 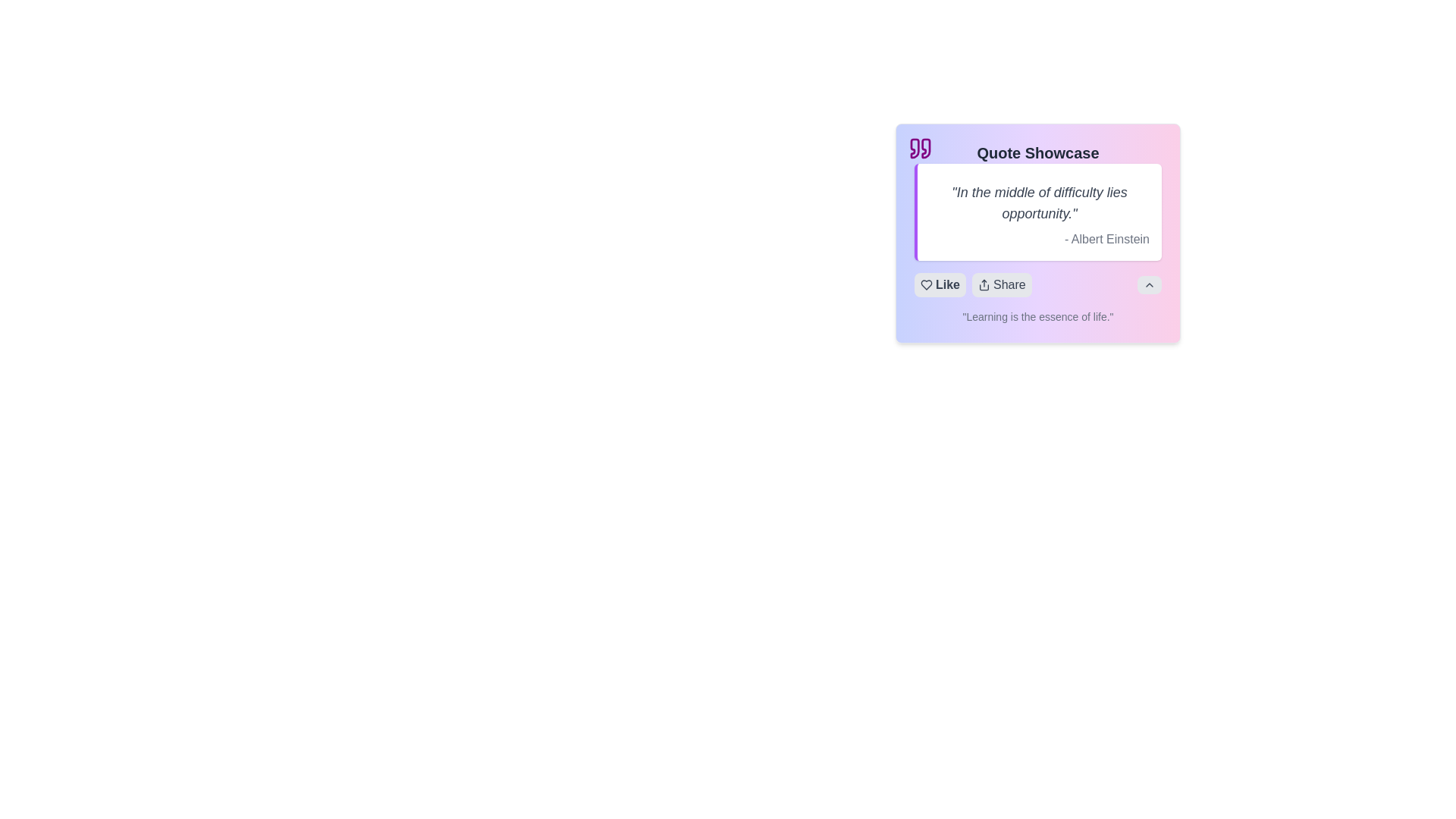 I want to click on the interactive button group located beneath the quote content in the card, so click(x=1037, y=284).